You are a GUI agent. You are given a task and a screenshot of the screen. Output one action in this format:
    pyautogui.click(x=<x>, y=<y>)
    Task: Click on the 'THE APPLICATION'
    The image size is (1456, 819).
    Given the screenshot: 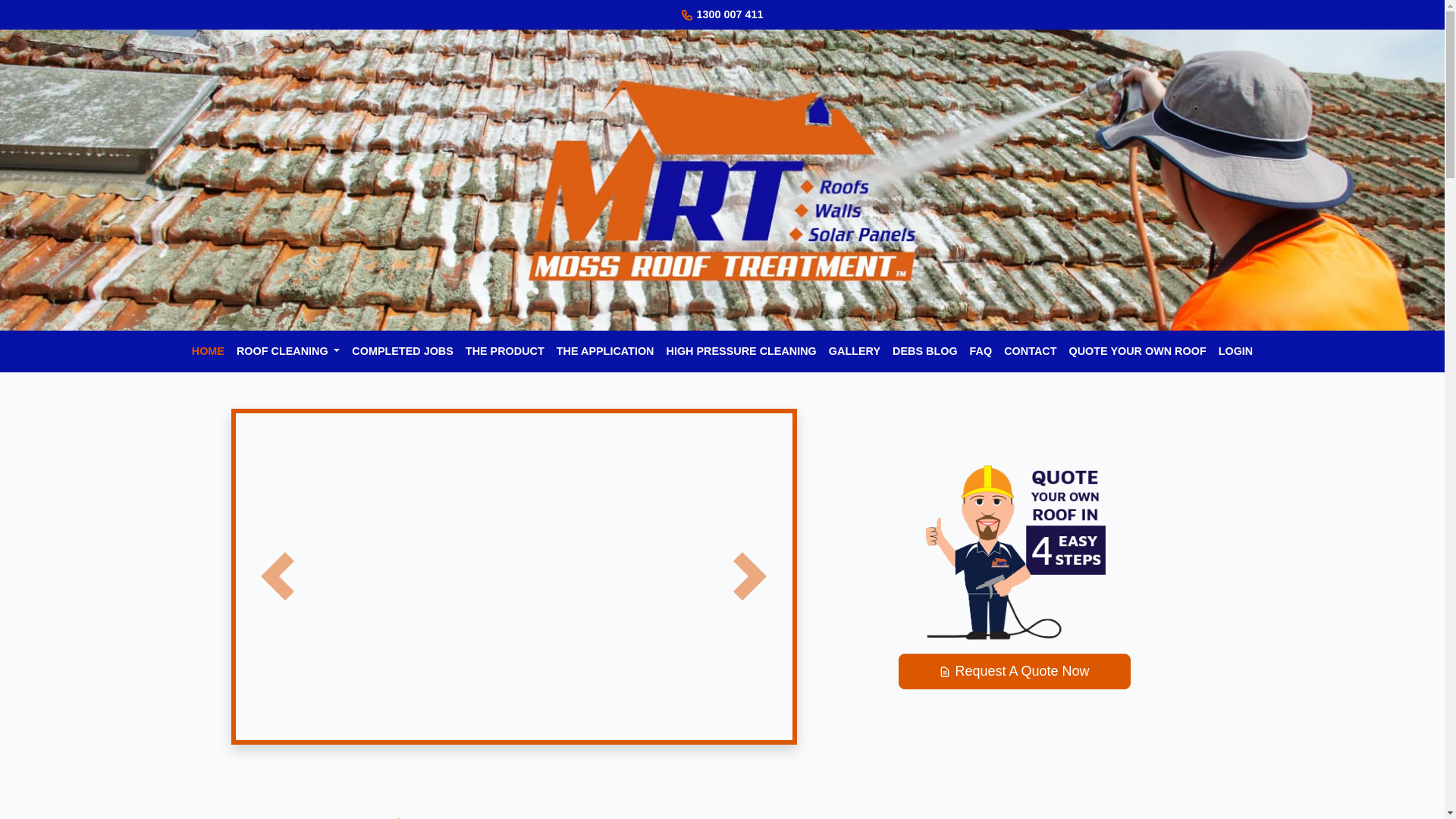 What is the action you would take?
    pyautogui.click(x=604, y=351)
    